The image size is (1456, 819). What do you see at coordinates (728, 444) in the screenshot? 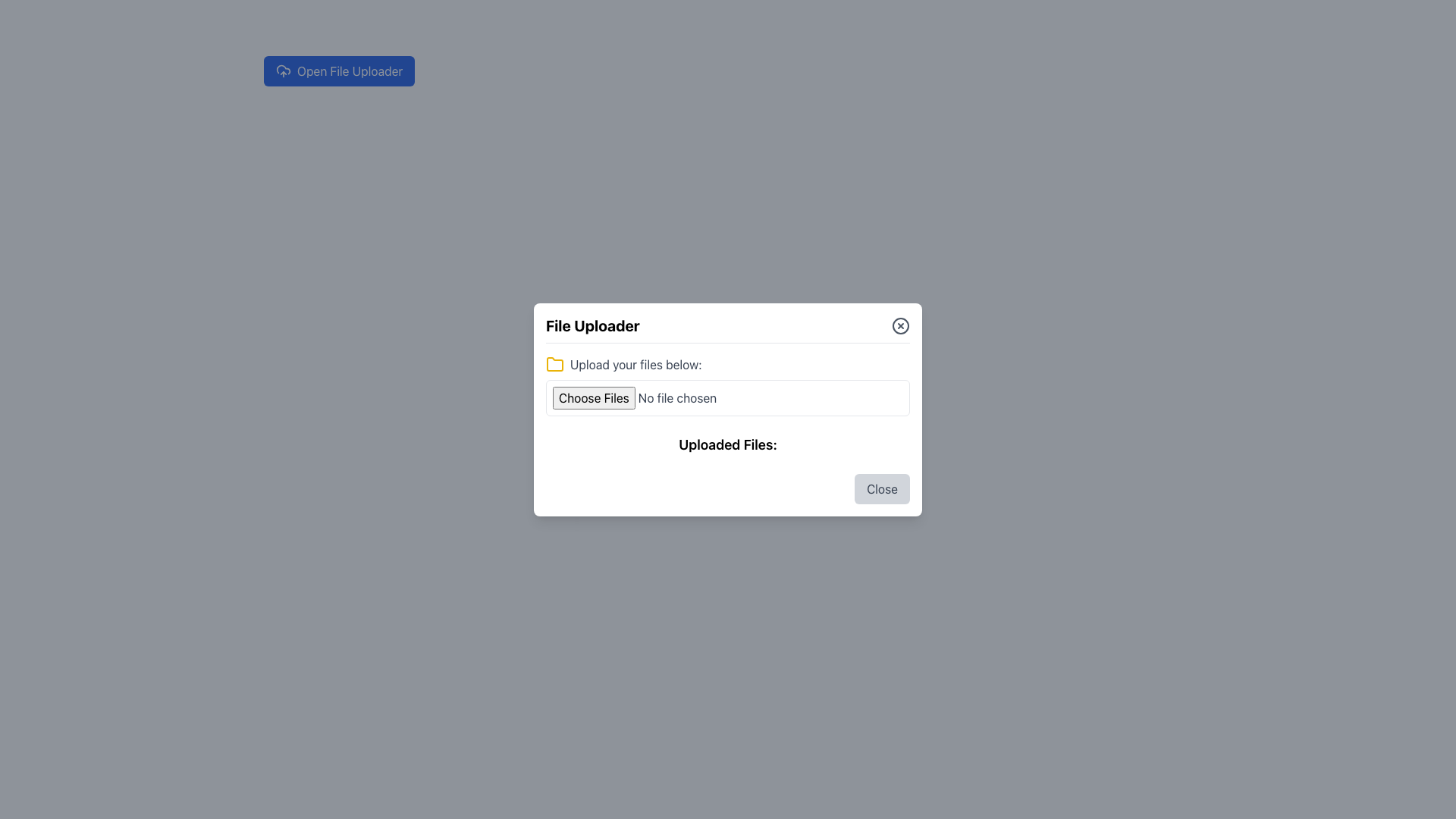
I see `the Text label indicating the area for uploaded files in the 'File Uploader' modal dialog box, which is positioned below the file input field and above the empty list area` at bounding box center [728, 444].